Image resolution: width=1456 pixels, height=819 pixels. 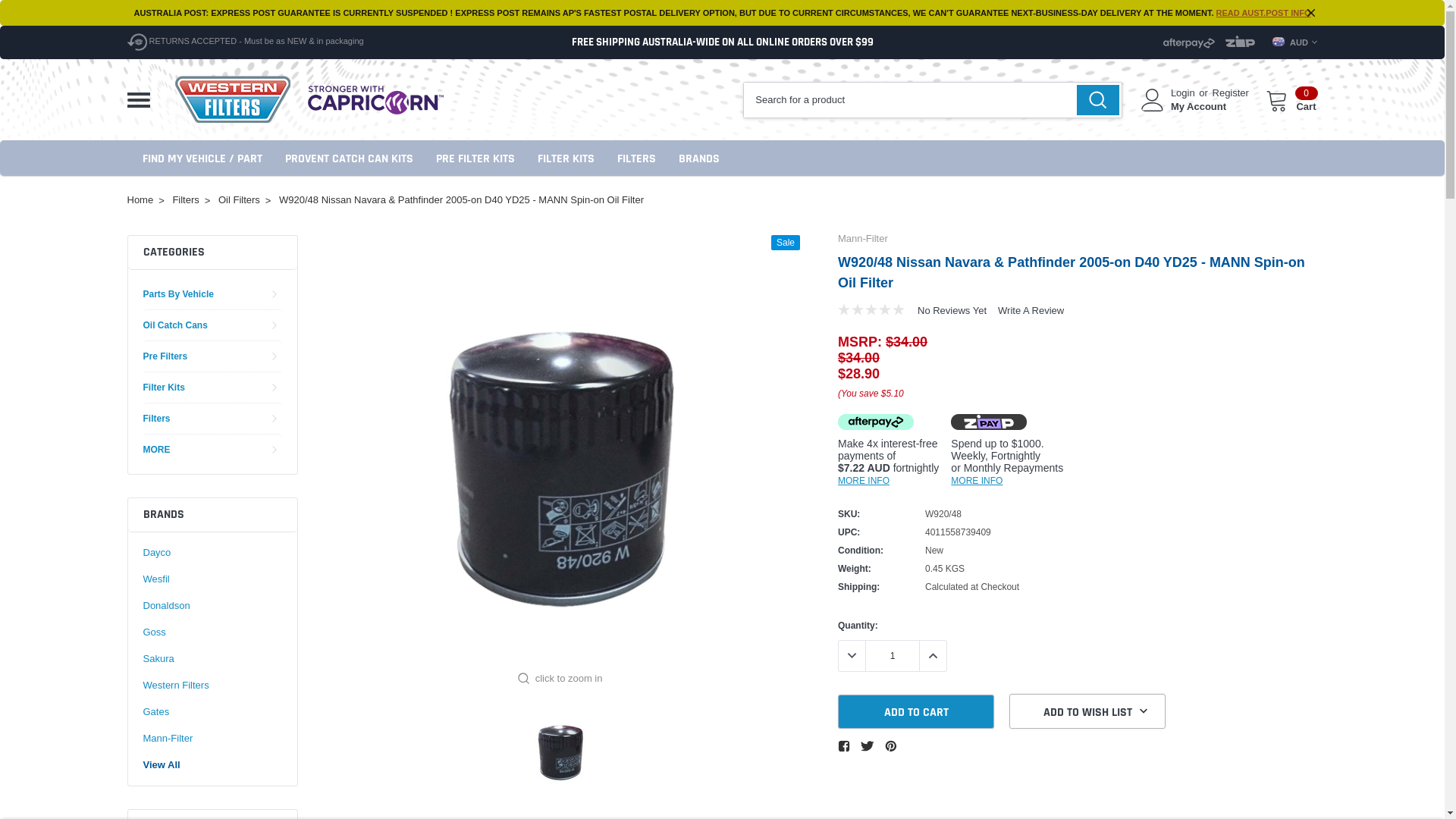 I want to click on 'Filter Kits', so click(x=163, y=386).